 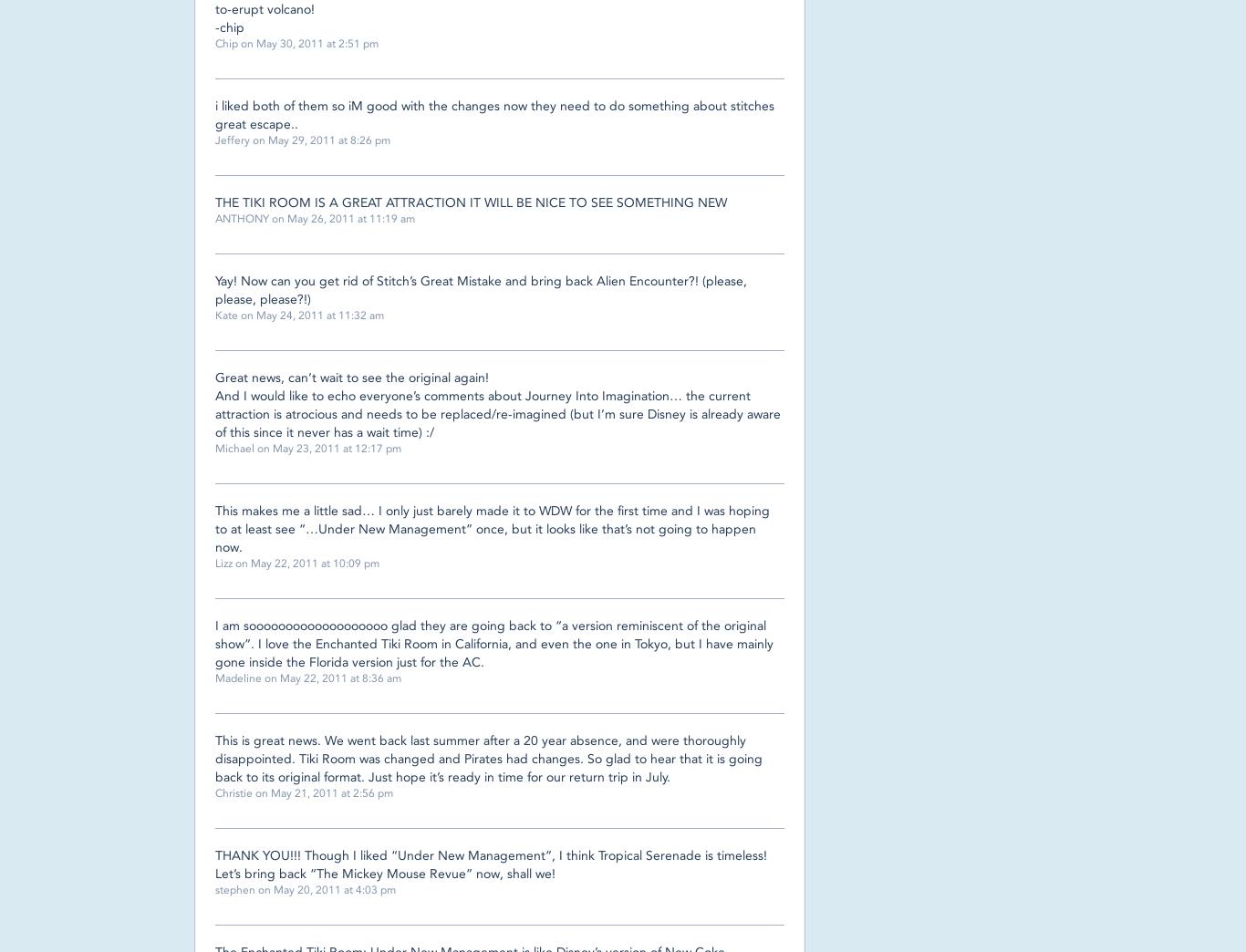 What do you see at coordinates (235, 889) in the screenshot?
I see `'stephen'` at bounding box center [235, 889].